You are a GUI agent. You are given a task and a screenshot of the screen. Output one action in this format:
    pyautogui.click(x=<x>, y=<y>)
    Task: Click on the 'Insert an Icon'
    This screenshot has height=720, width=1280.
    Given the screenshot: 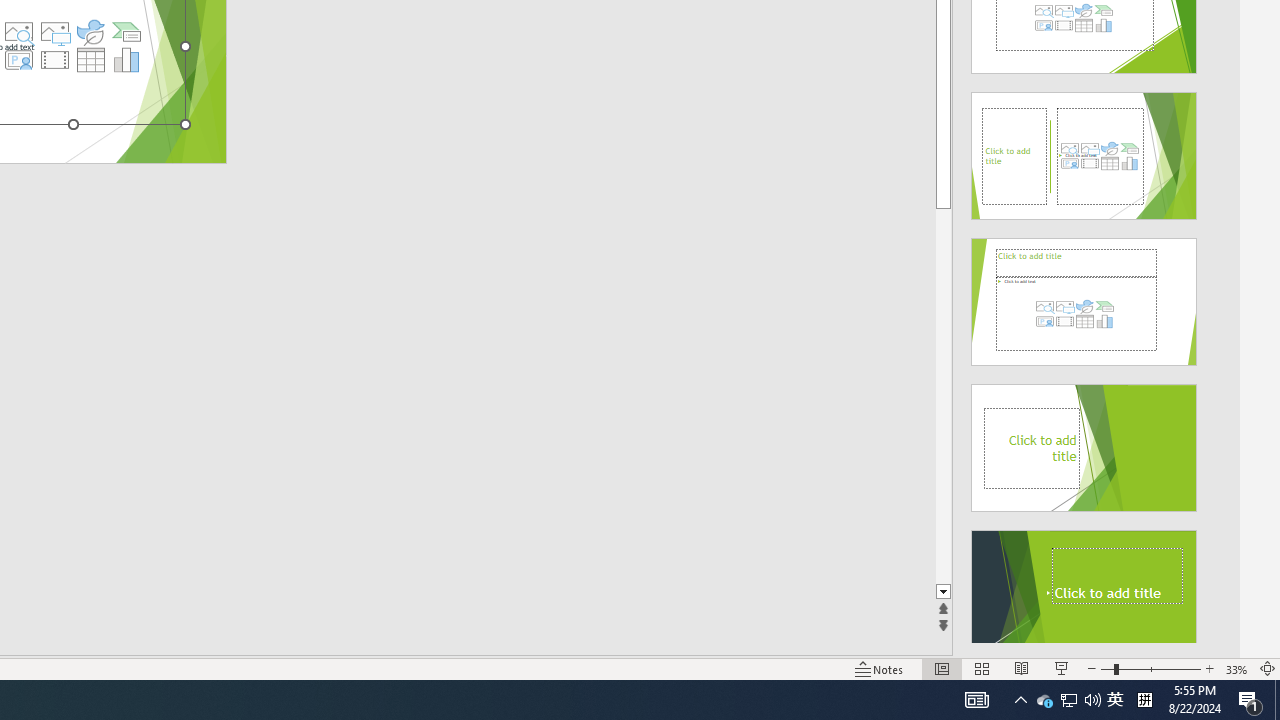 What is the action you would take?
    pyautogui.click(x=90, y=32)
    